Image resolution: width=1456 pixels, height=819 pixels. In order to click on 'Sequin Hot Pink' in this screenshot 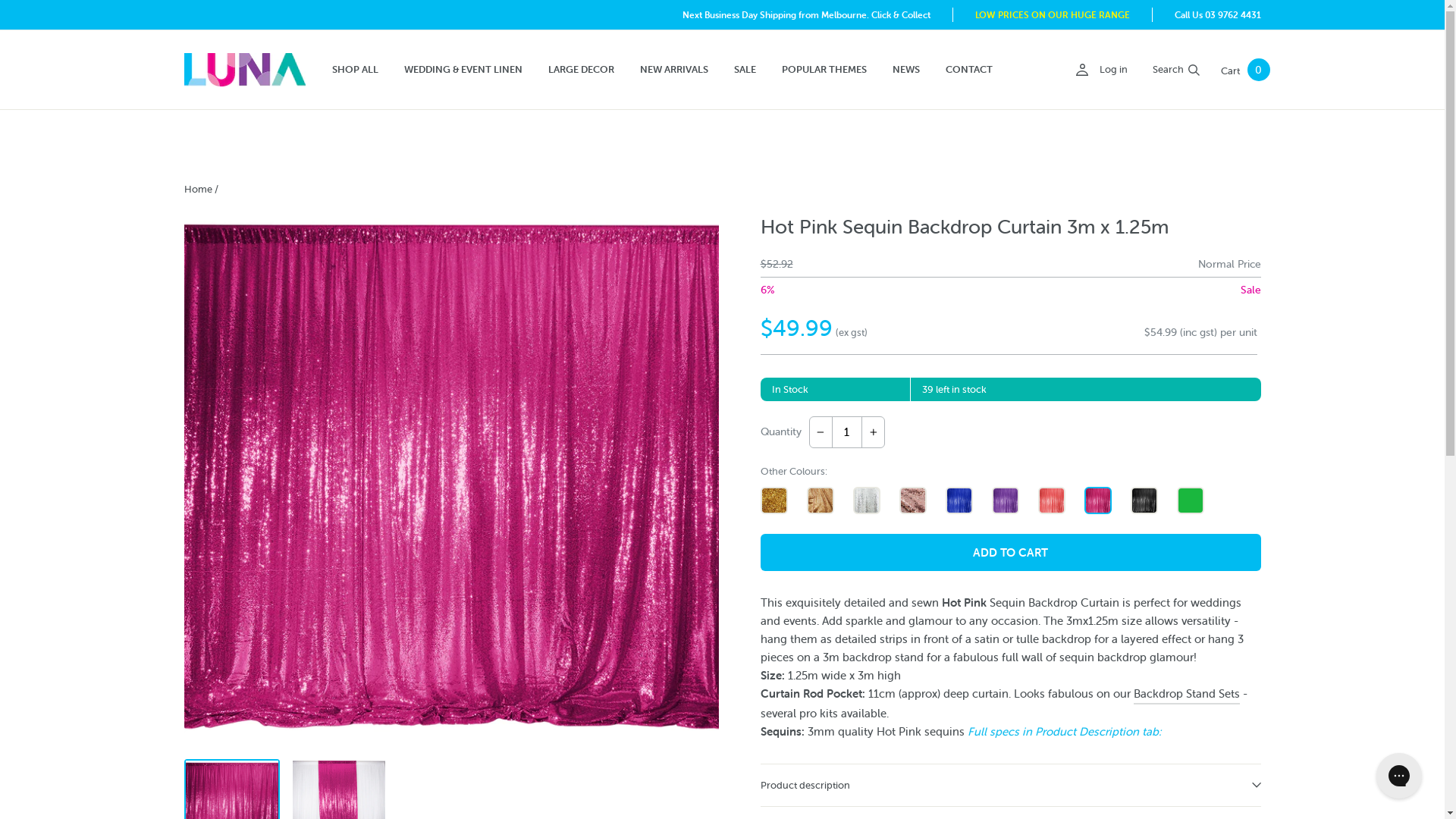, I will do `click(1098, 500)`.